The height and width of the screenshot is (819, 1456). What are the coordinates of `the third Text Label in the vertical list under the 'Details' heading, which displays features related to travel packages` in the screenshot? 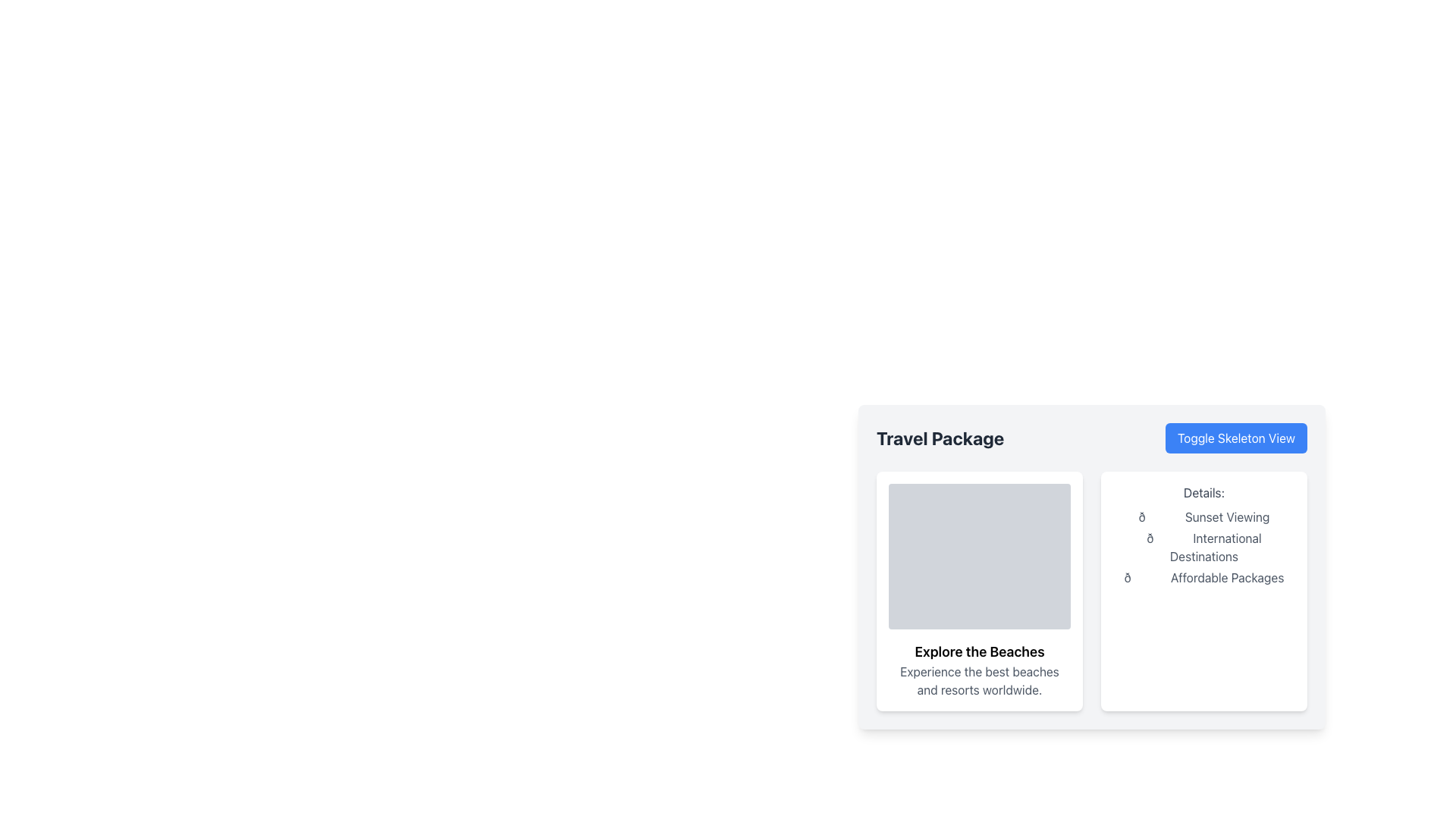 It's located at (1203, 578).